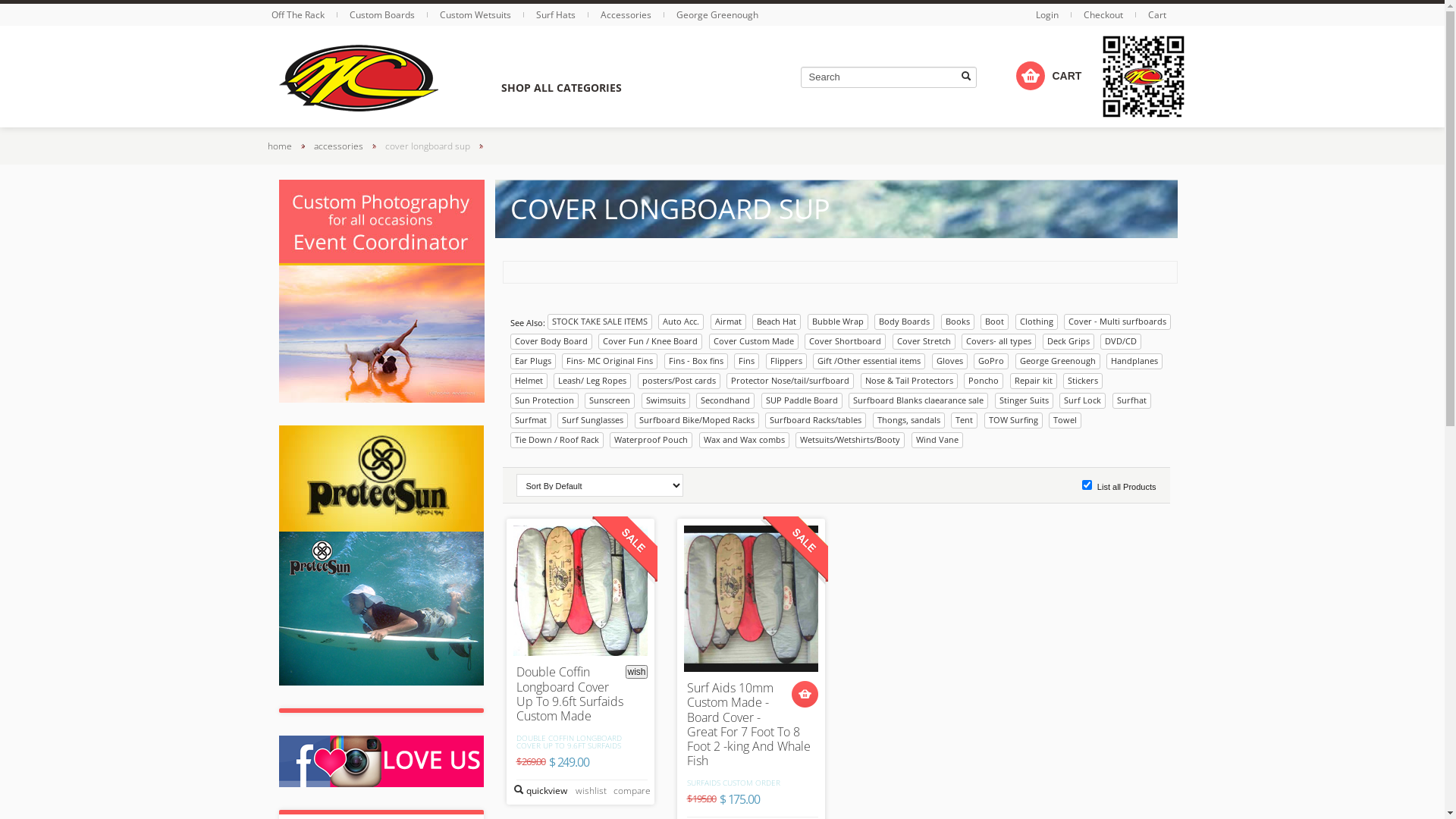 This screenshot has width=1456, height=819. What do you see at coordinates (994, 321) in the screenshot?
I see `'Boot'` at bounding box center [994, 321].